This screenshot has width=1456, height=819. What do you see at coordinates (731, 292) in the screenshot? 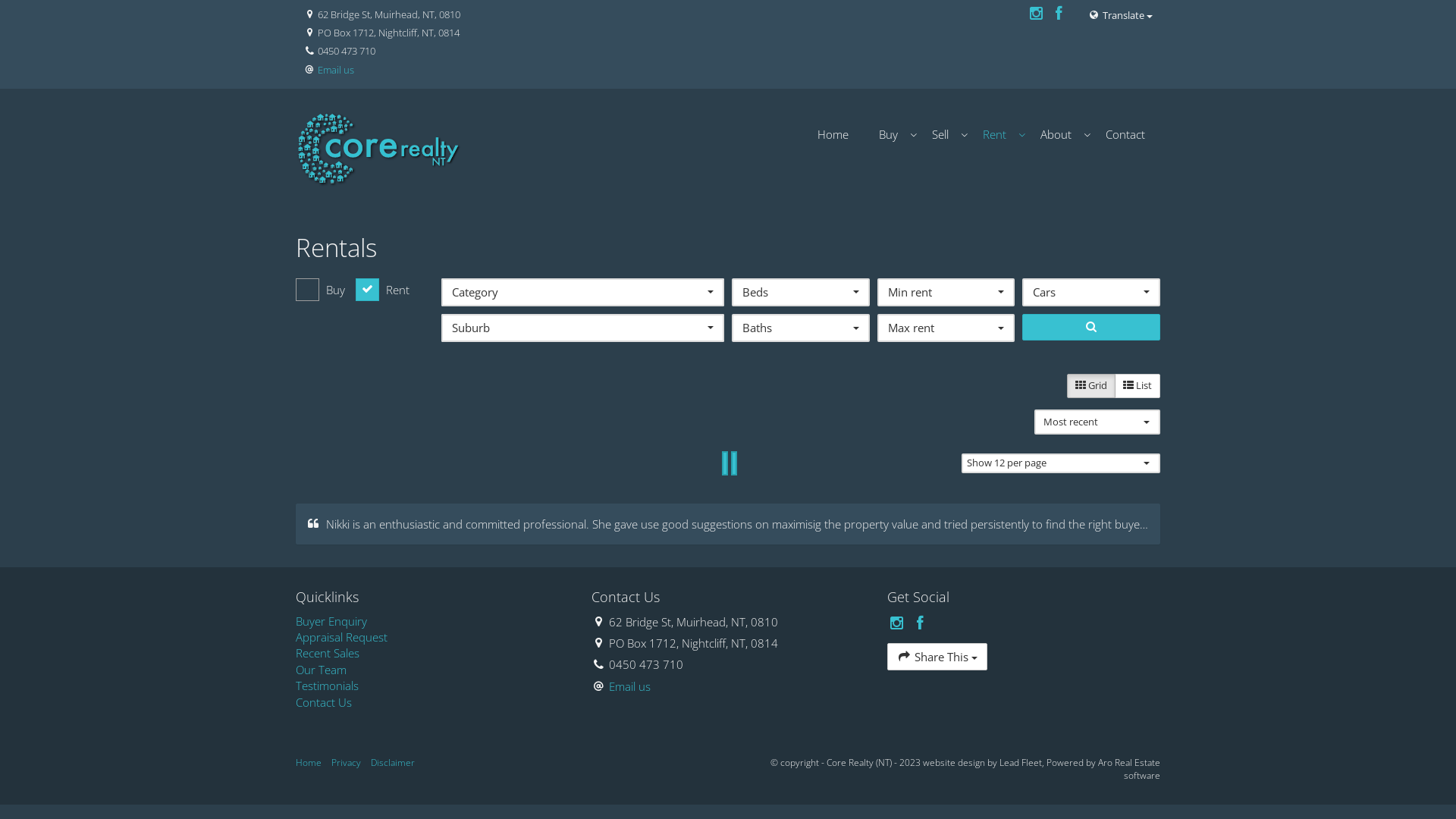
I see `'Beds` at bounding box center [731, 292].